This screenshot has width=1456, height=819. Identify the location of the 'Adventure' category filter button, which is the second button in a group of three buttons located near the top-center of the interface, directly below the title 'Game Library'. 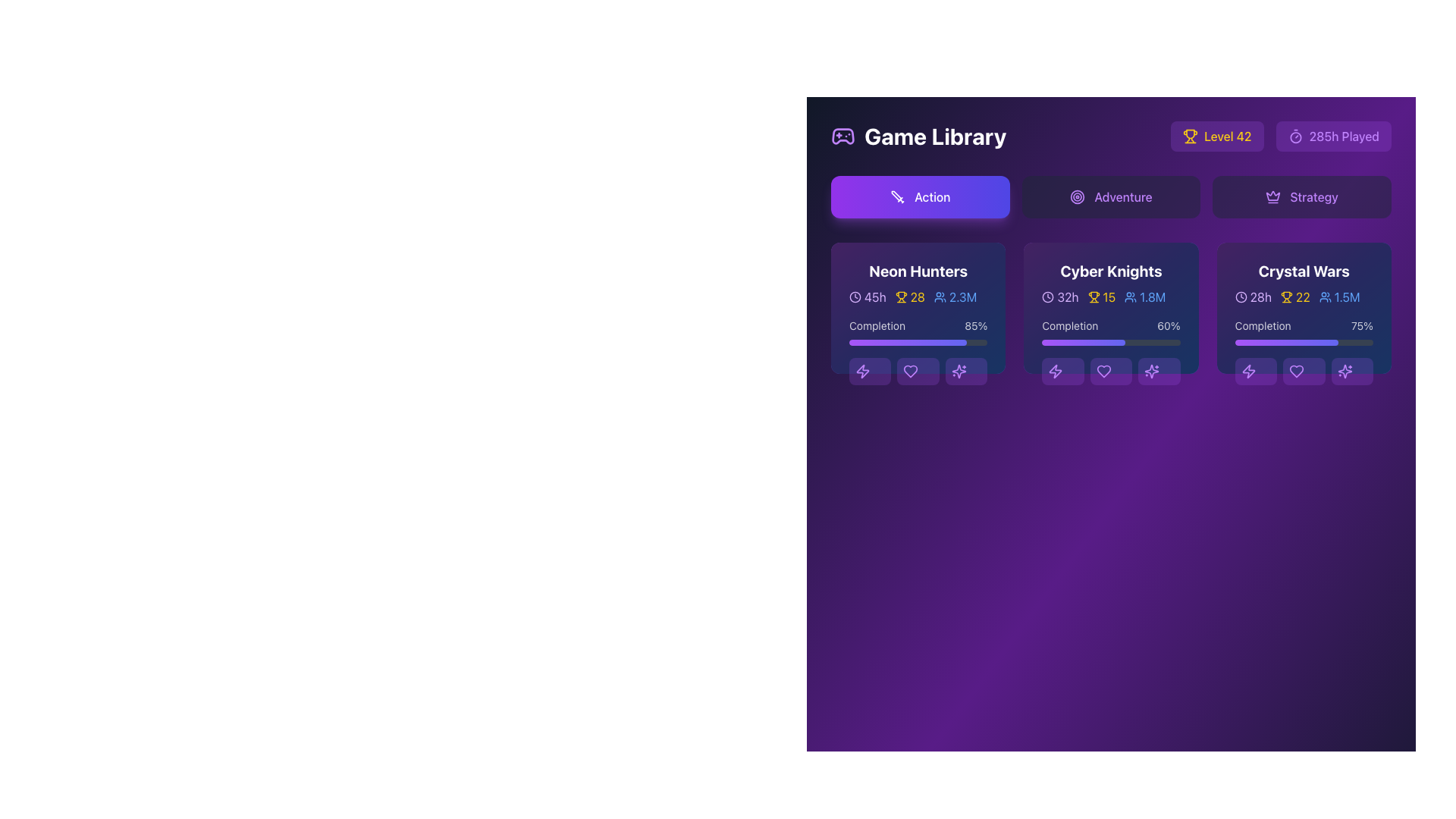
(1111, 196).